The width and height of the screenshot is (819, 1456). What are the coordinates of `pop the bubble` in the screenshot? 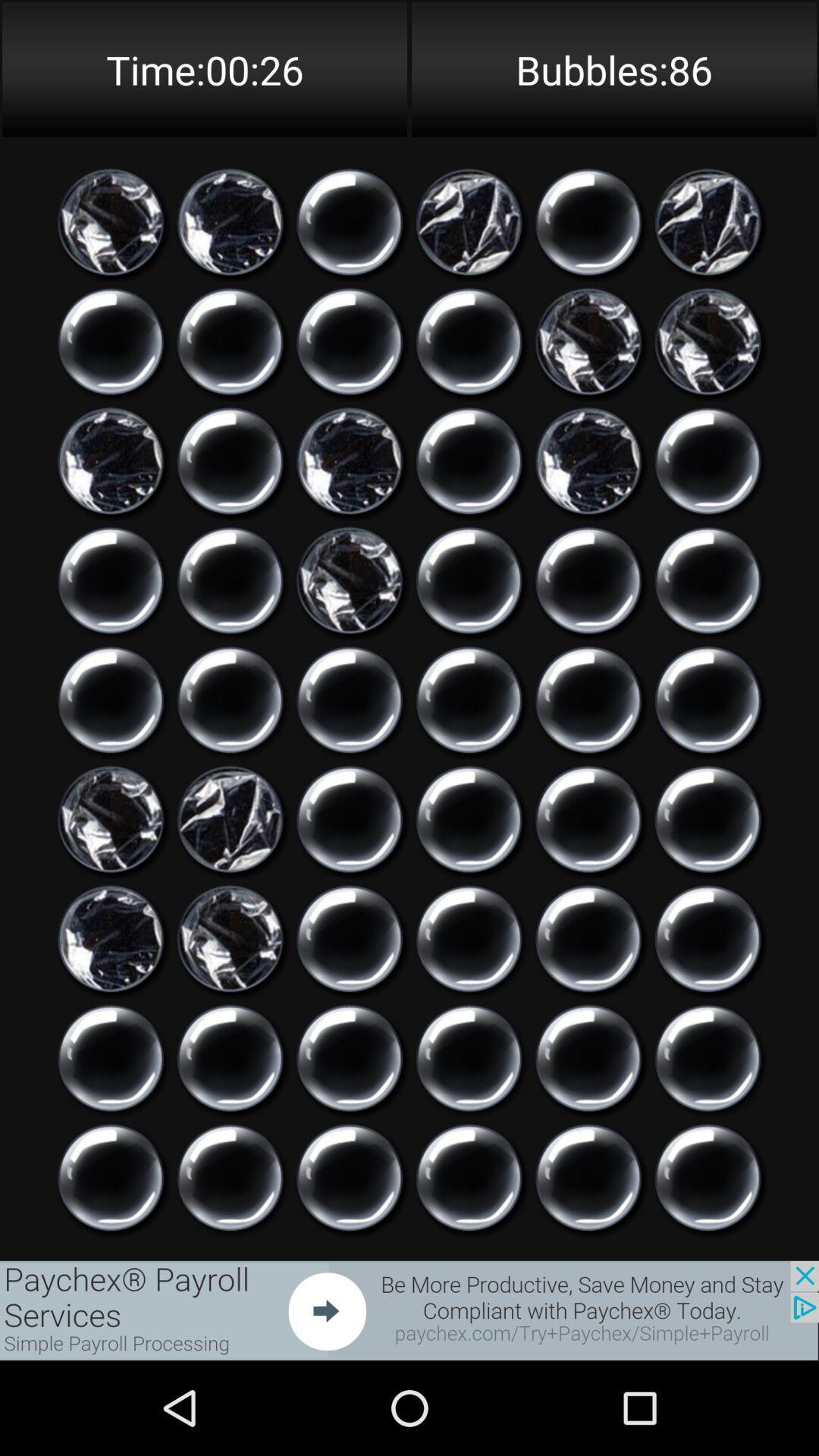 It's located at (350, 460).